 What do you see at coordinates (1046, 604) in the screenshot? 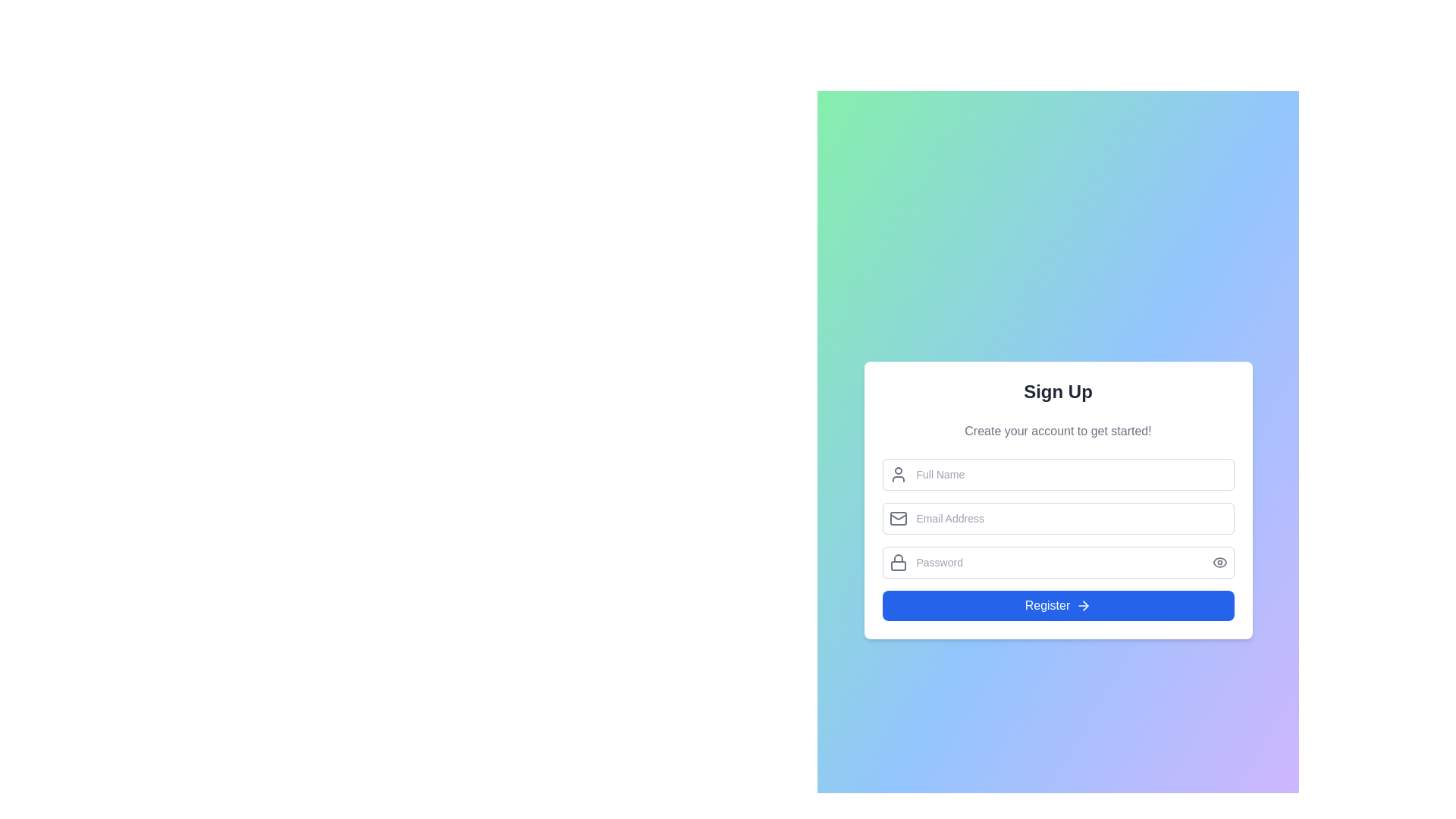
I see `the 'Register' text label which is displayed in bold white text on a blue background, centrally positioned within a button in the lower portion of the sign-up form interface` at bounding box center [1046, 604].